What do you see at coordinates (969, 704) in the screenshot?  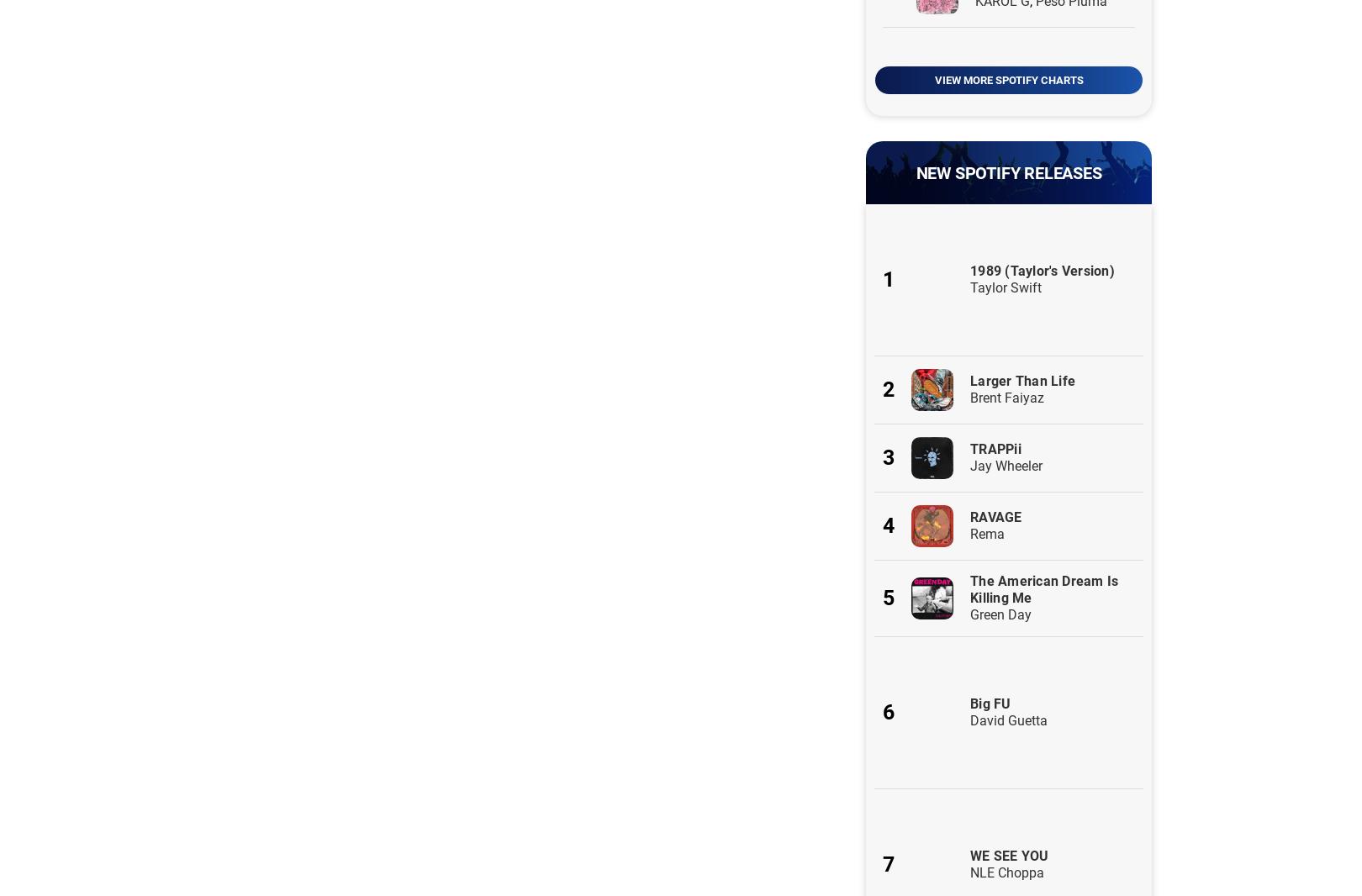 I see `'Big FU'` at bounding box center [969, 704].